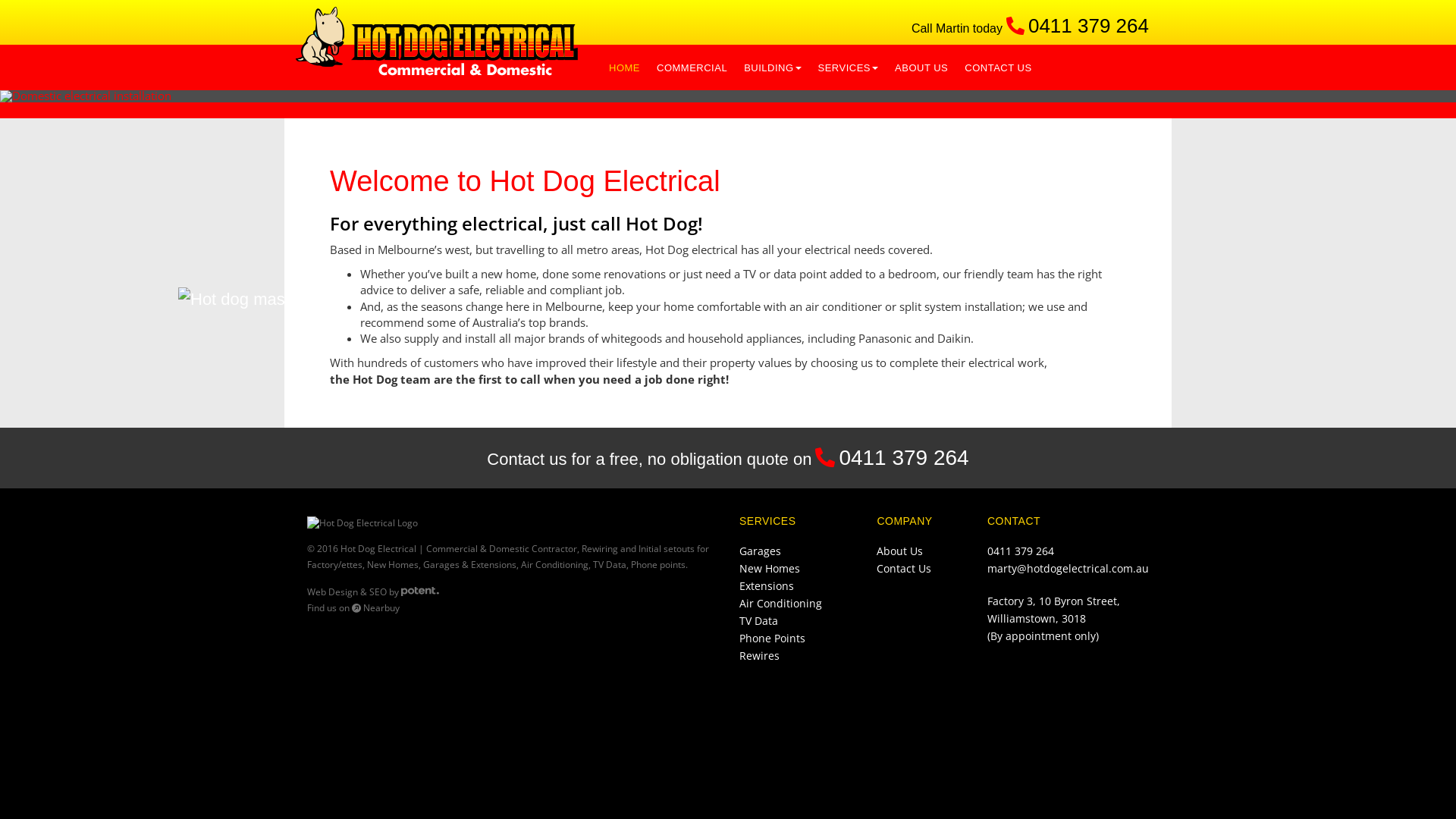 Image resolution: width=1456 pixels, height=819 pixels. What do you see at coordinates (955, 66) in the screenshot?
I see `'CONTACT US'` at bounding box center [955, 66].